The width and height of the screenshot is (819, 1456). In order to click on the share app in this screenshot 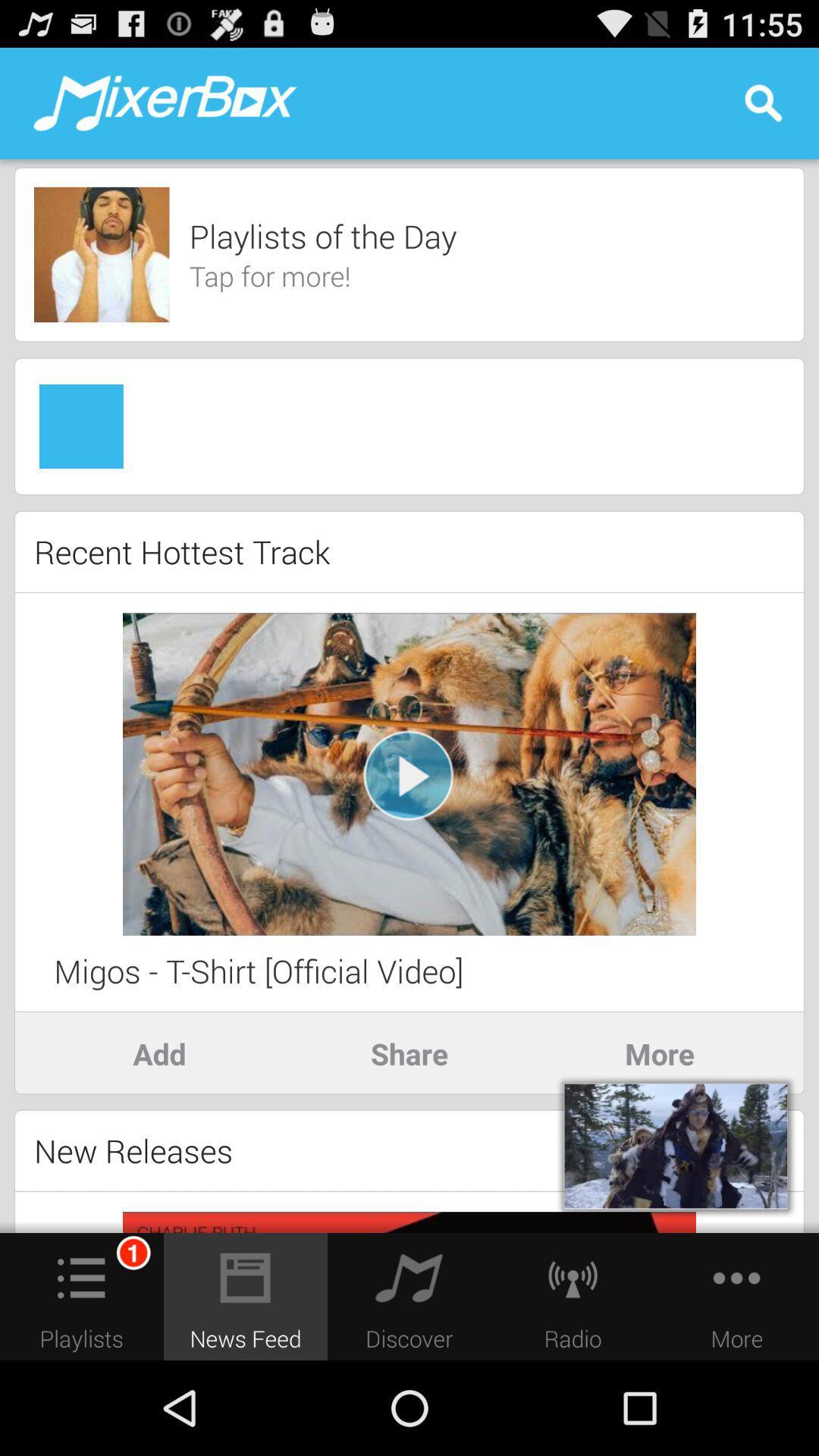, I will do `click(409, 1053)`.